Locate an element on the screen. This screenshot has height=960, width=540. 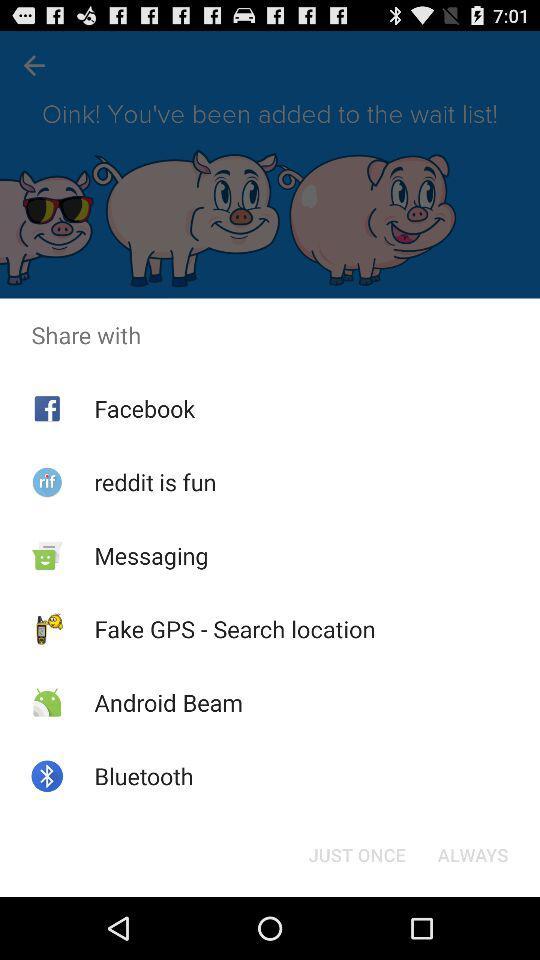
item above android beam item is located at coordinates (234, 628).